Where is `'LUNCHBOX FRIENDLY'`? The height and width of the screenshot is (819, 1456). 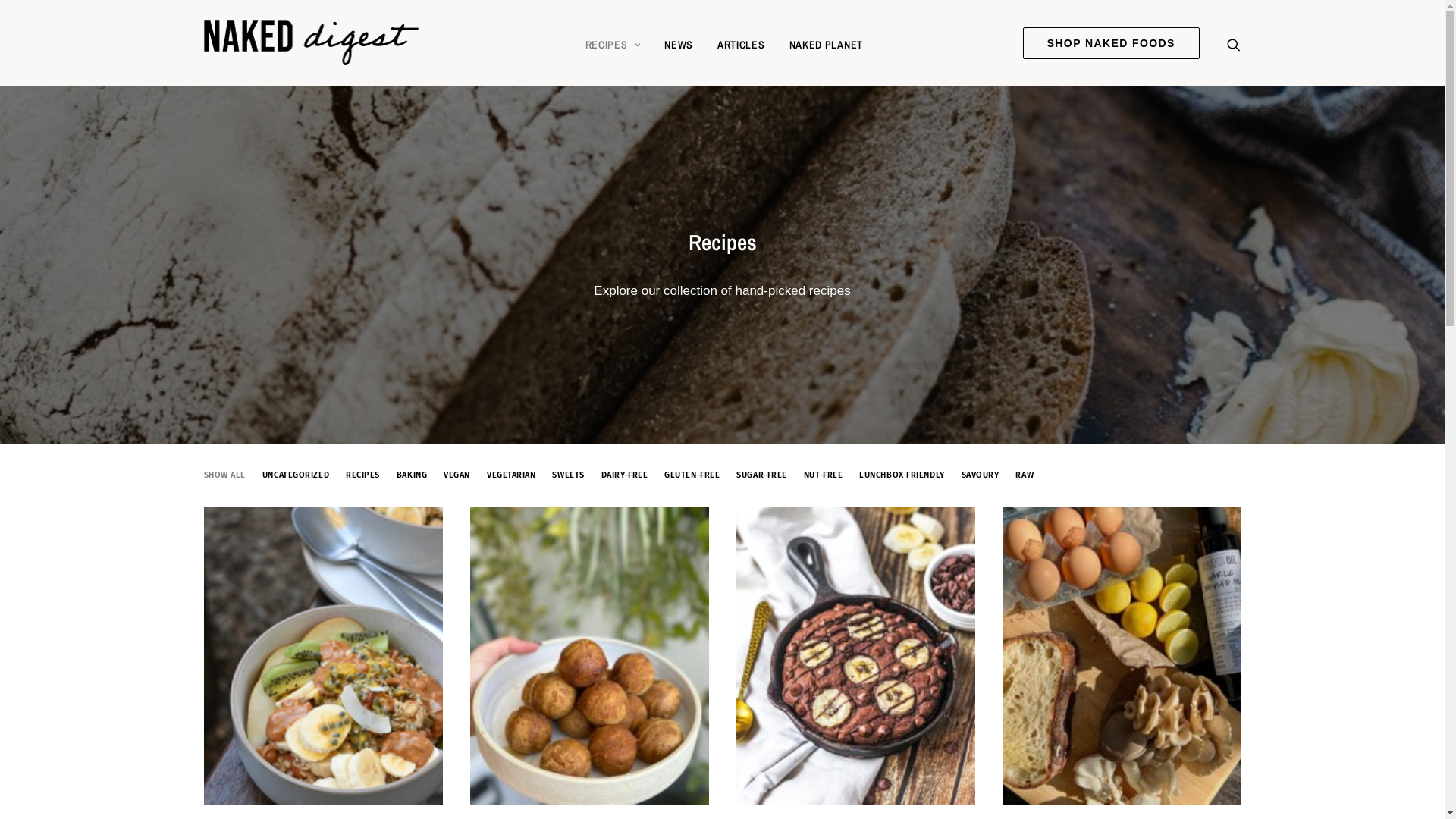 'LUNCHBOX FRIENDLY' is located at coordinates (902, 474).